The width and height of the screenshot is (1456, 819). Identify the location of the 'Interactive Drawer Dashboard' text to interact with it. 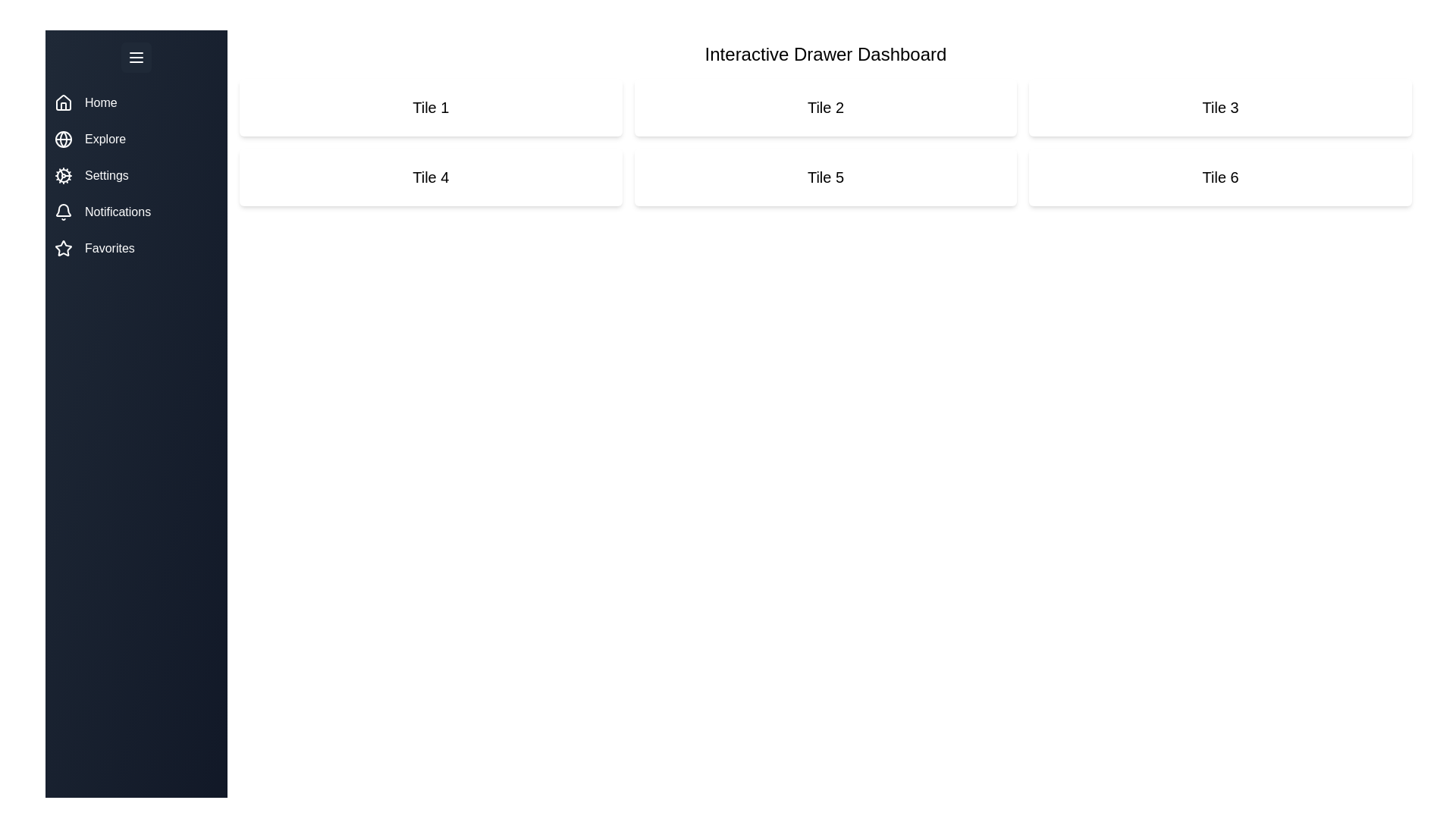
(825, 54).